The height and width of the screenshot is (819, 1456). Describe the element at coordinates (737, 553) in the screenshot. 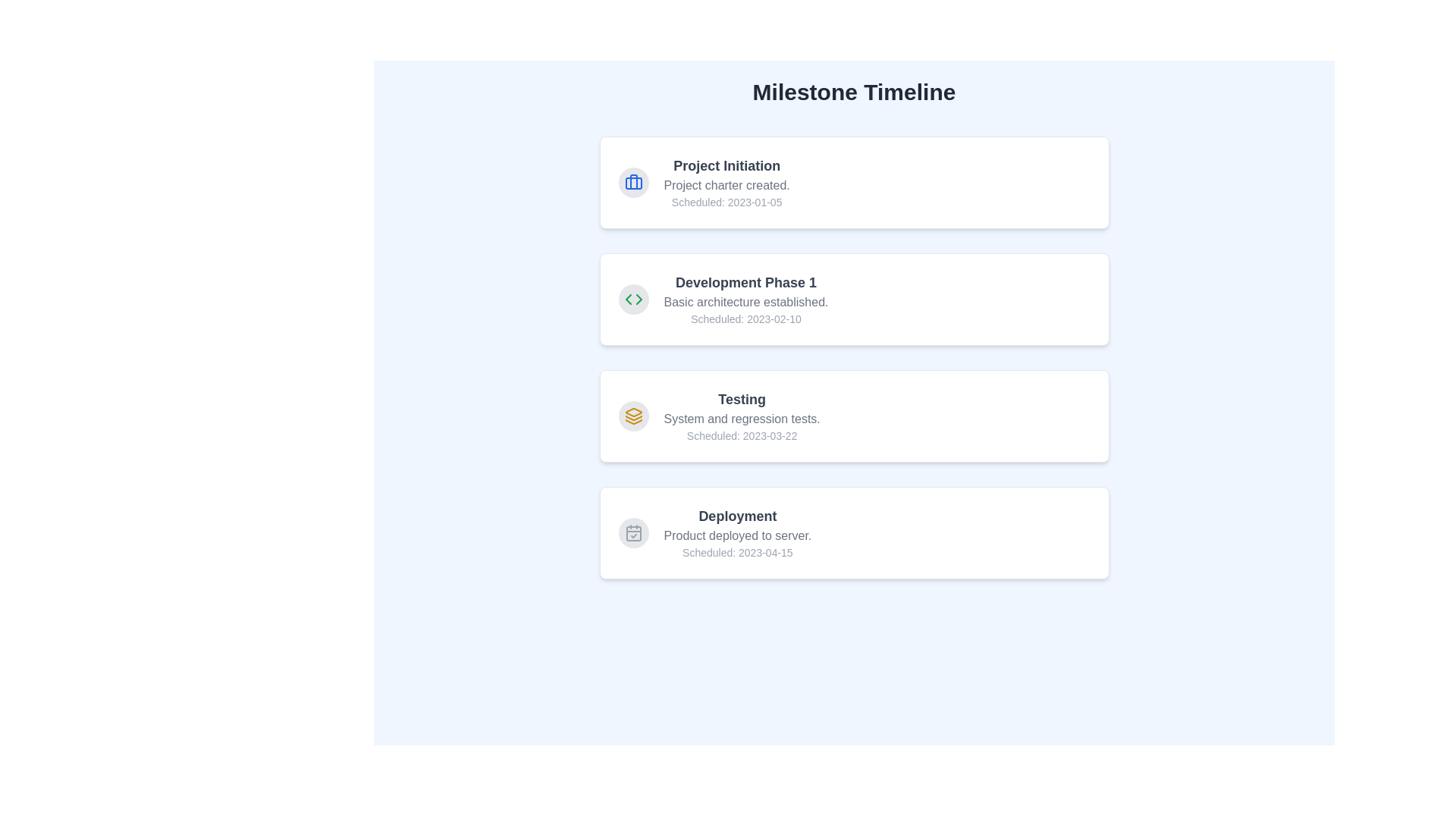

I see `text label that displays 'Scheduled: 2023-04-15' located in the bottom section of the milestone card labeled 'Deployment'` at that location.